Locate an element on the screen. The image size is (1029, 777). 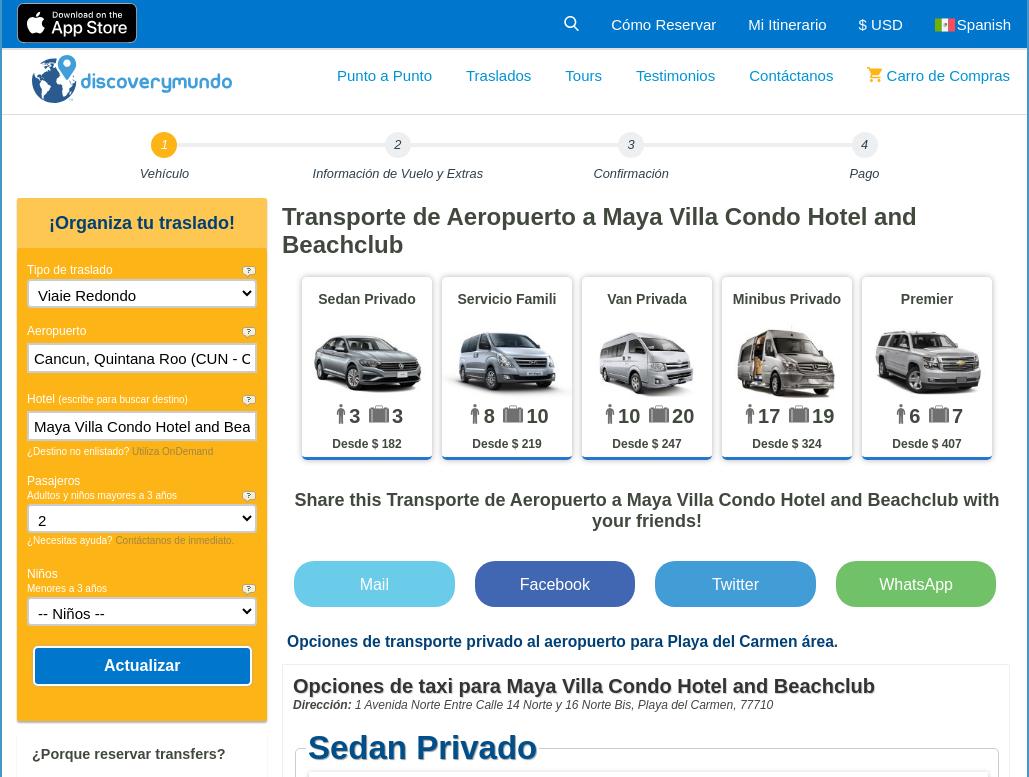
'Premier' is located at coordinates (926, 296).